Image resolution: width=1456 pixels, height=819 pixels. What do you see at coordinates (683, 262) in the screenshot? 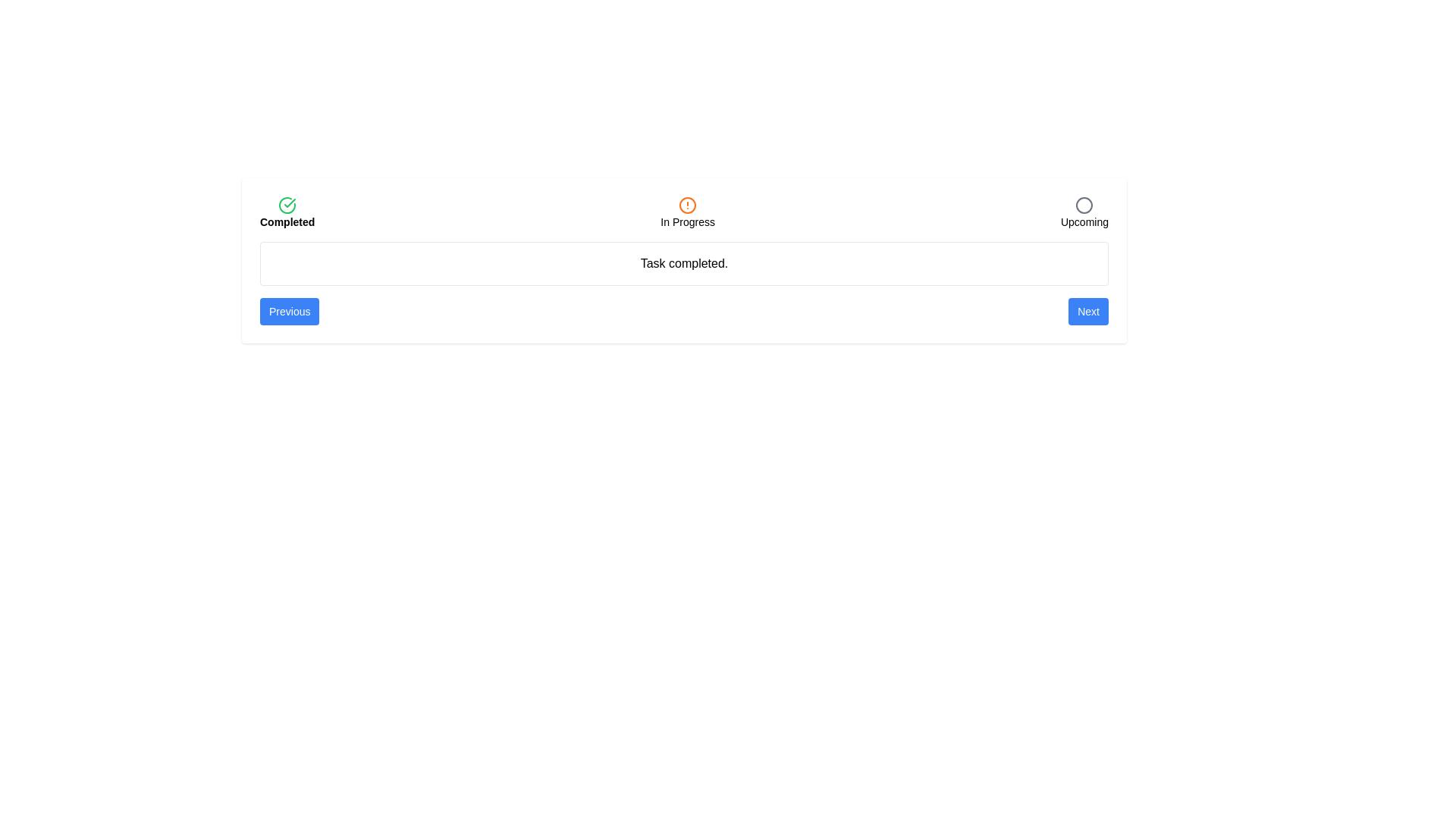
I see `the rectangular text area displaying 'Task completed.' which is styled with a border and rounded corners, located below the section header and above the navigation buttons` at bounding box center [683, 262].